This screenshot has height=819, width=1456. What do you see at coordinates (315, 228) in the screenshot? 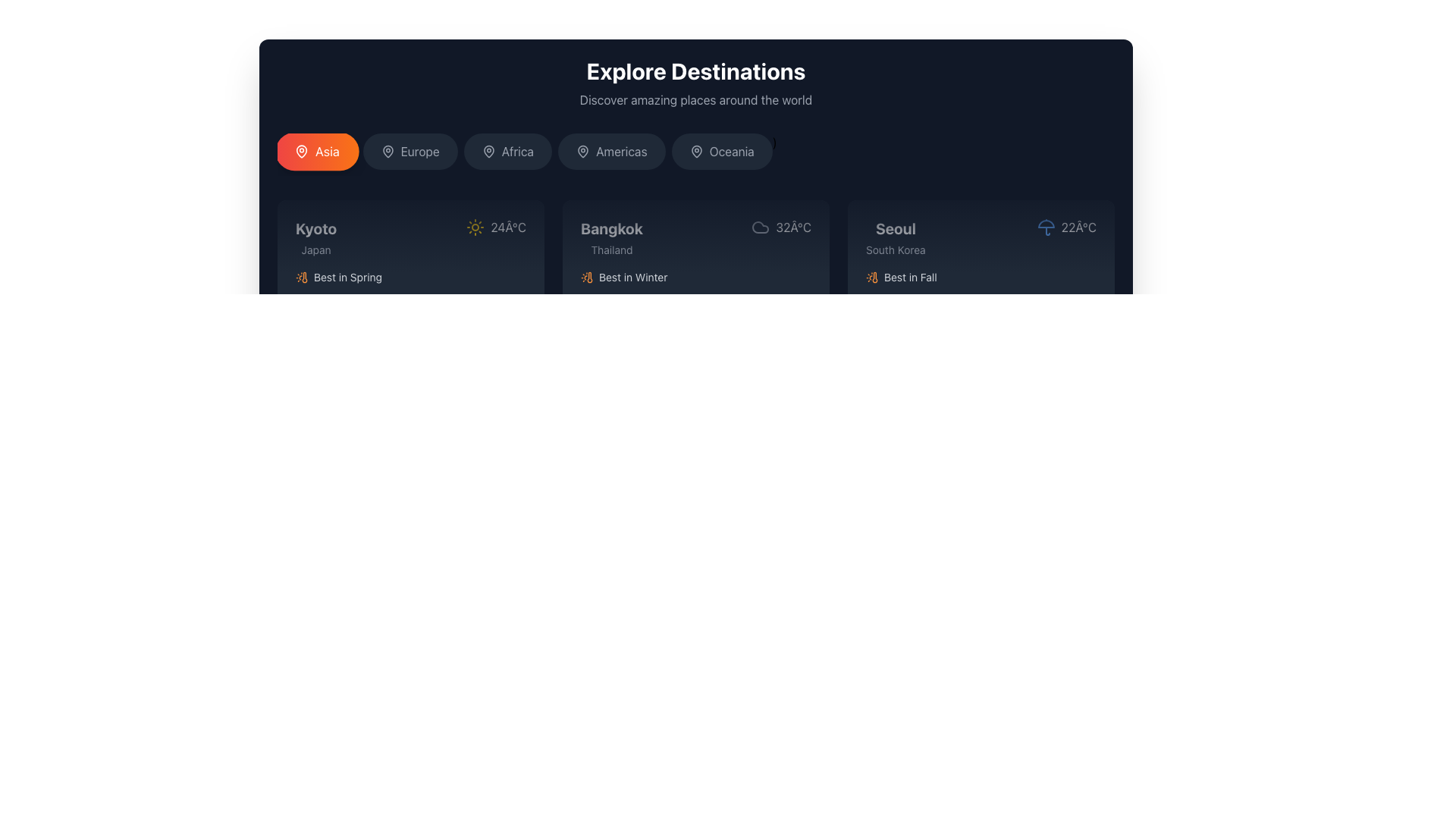
I see `text displayed in the heading labeled 'Kyoto', which serves as the primary title for the associated card located at the top-left side of the card within a grid layout` at bounding box center [315, 228].